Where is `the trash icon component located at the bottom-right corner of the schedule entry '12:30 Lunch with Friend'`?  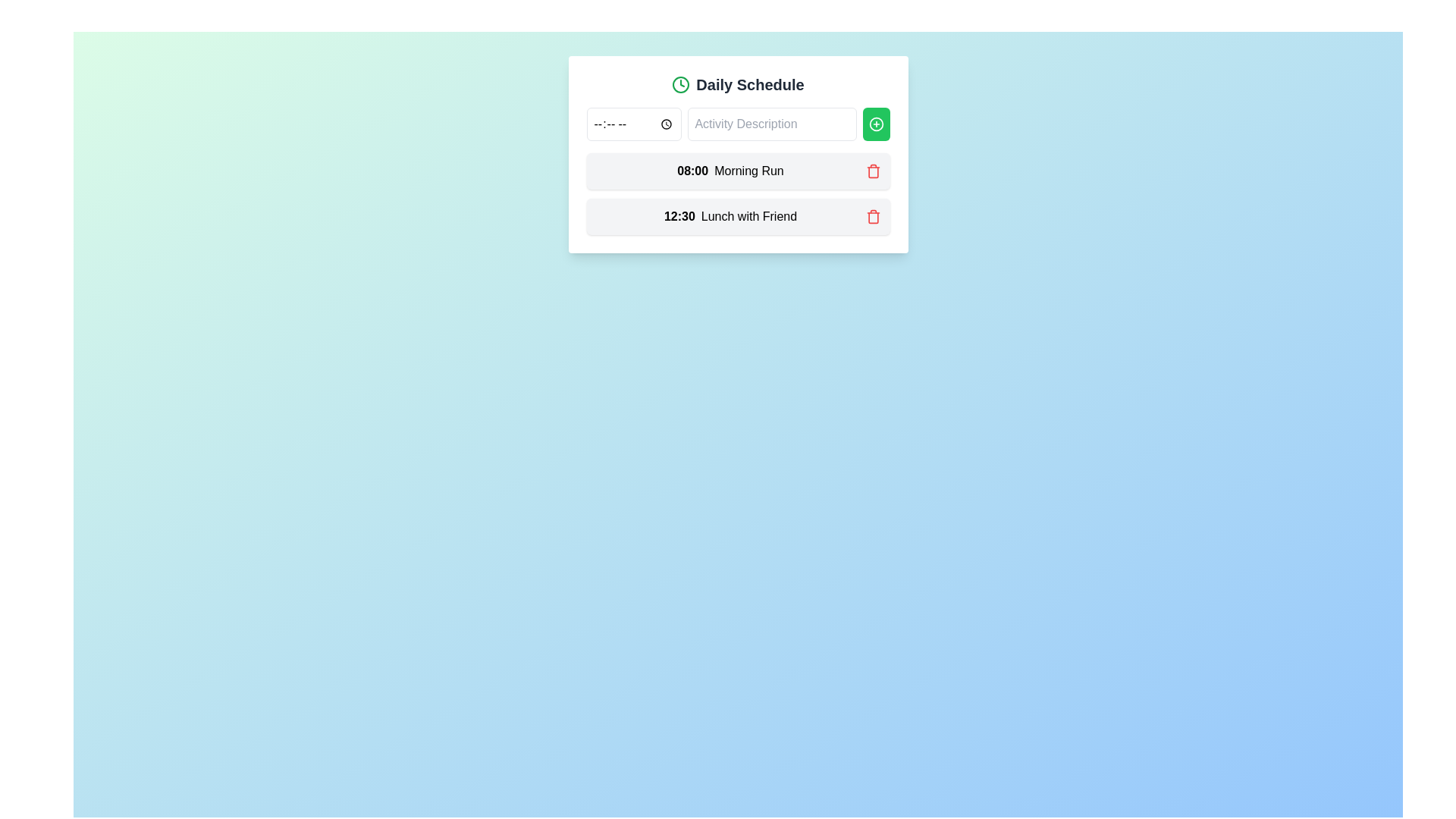
the trash icon component located at the bottom-right corner of the schedule entry '12:30 Lunch with Friend' is located at coordinates (873, 171).